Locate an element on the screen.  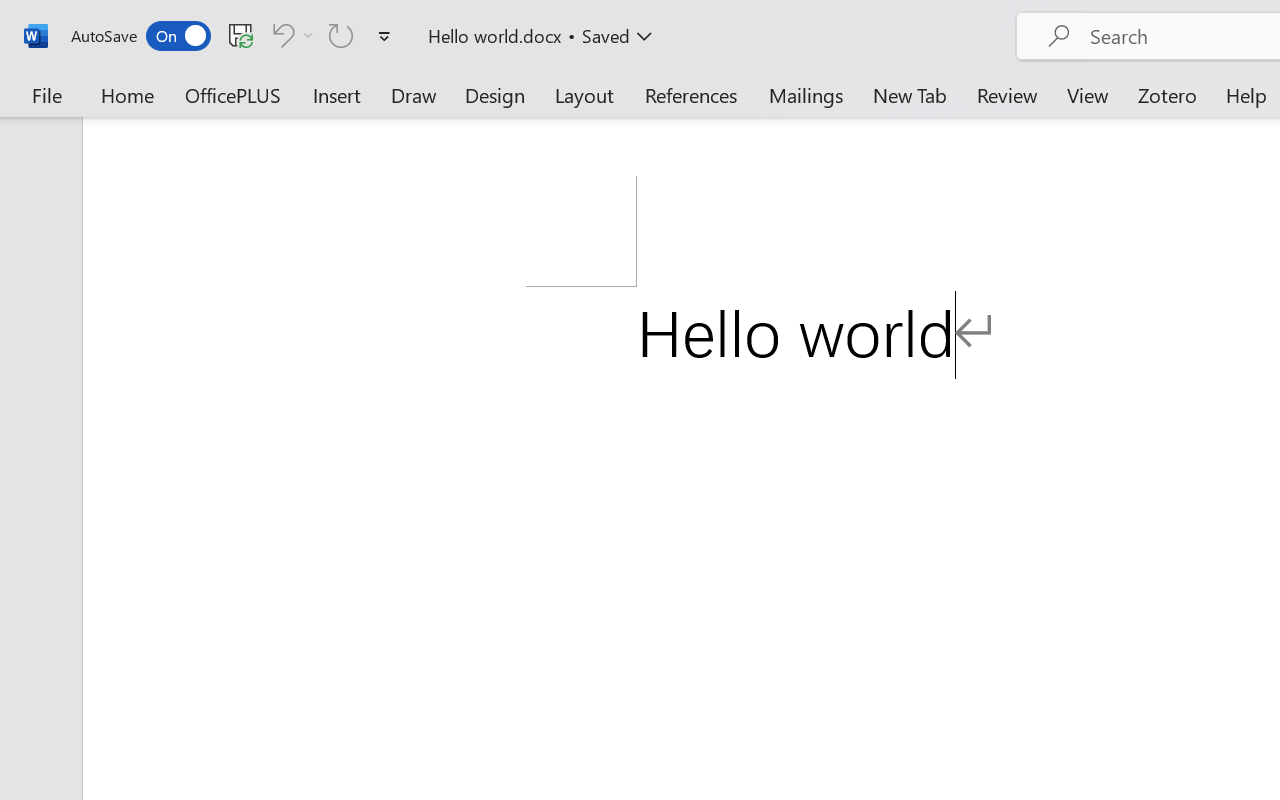
'Mailings' is located at coordinates (806, 94).